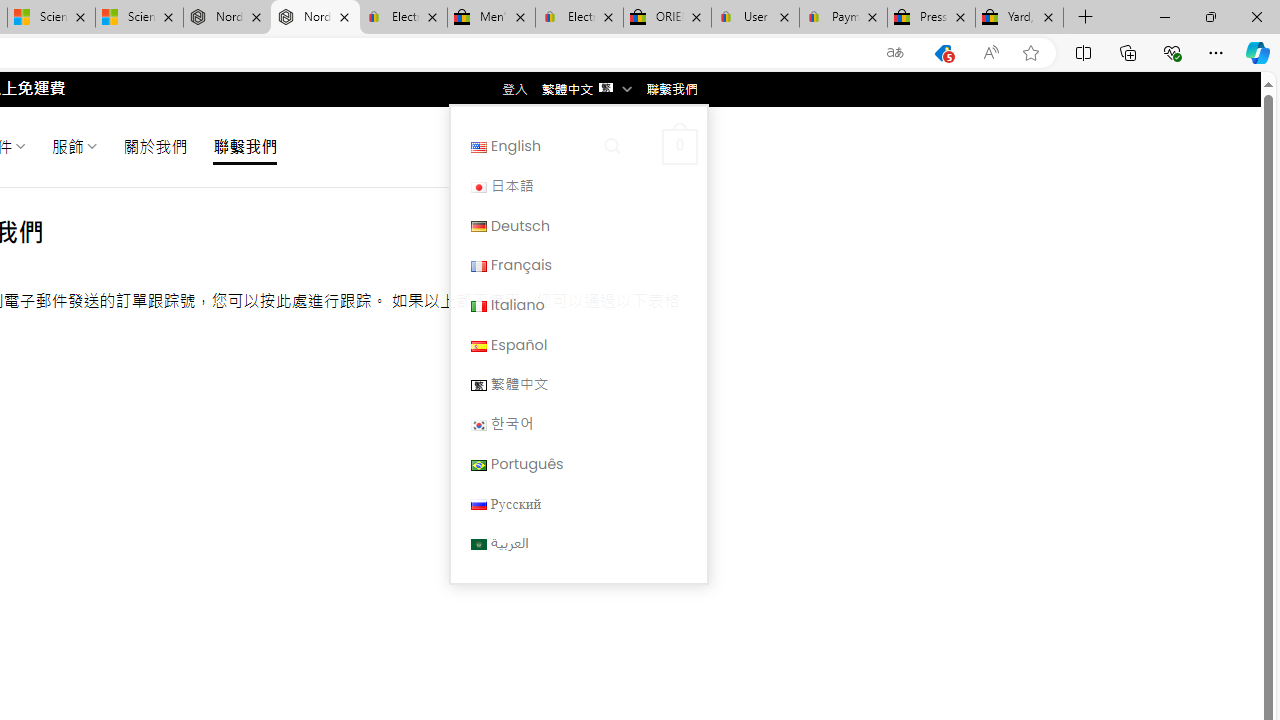  What do you see at coordinates (843, 17) in the screenshot?
I see `'Payments Terms of Use | eBay.com'` at bounding box center [843, 17].